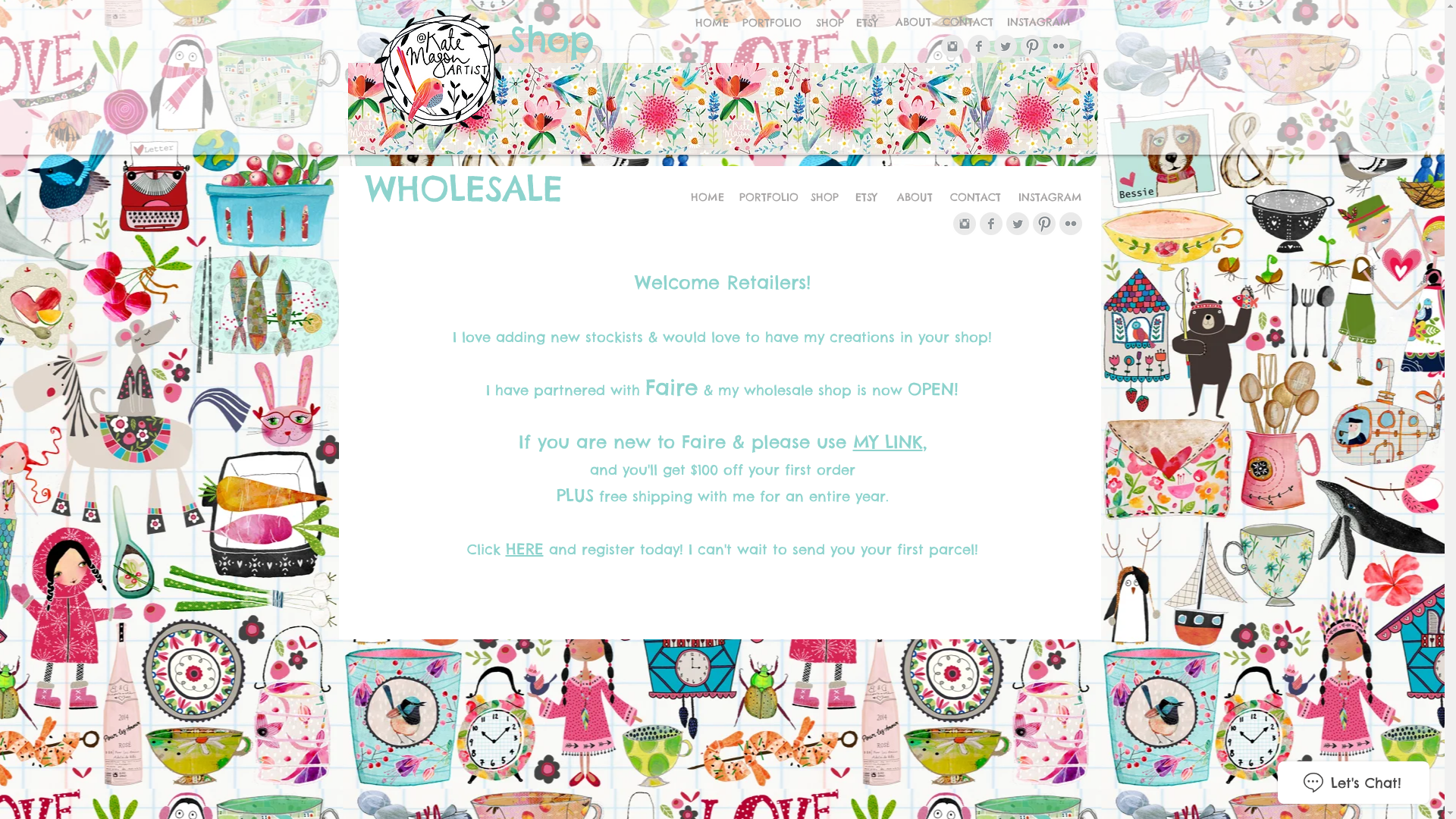 The image size is (1456, 819). I want to click on 'HERE', so click(524, 548).